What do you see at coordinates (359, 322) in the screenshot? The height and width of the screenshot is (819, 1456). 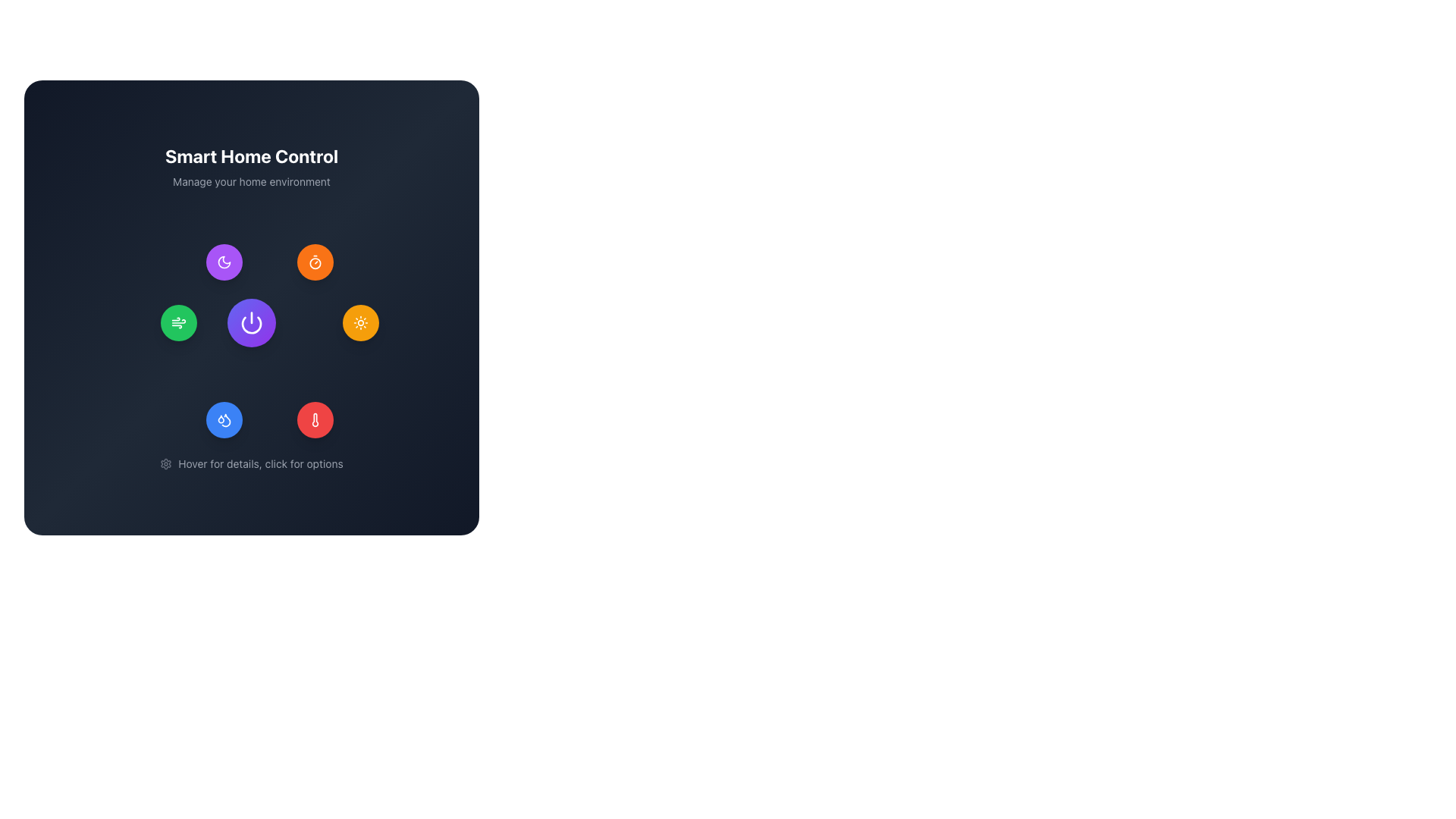 I see `the circular amber button with a white sun icon` at bounding box center [359, 322].